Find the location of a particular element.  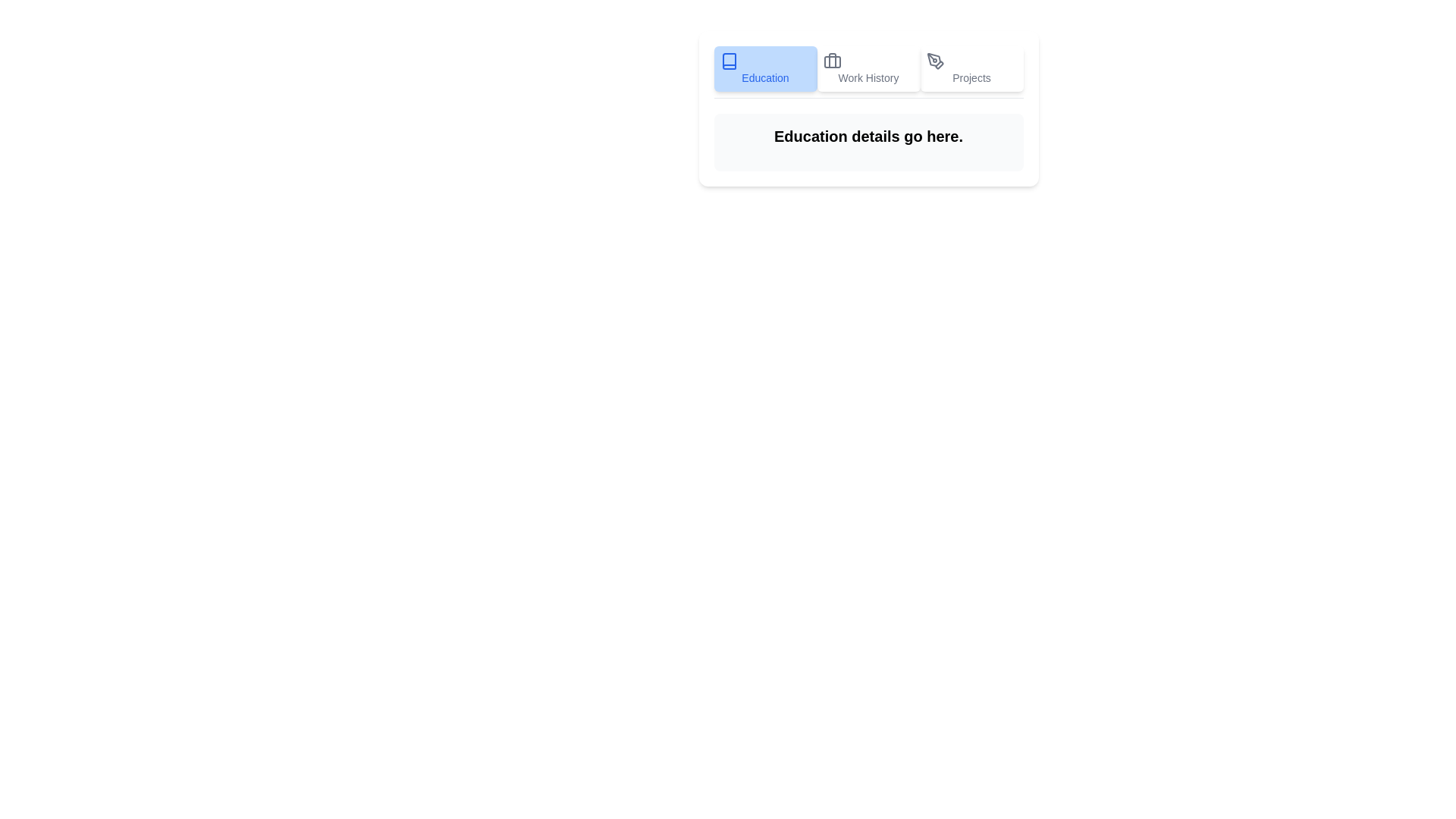

the tab Projects by clicking on its button is located at coordinates (971, 69).